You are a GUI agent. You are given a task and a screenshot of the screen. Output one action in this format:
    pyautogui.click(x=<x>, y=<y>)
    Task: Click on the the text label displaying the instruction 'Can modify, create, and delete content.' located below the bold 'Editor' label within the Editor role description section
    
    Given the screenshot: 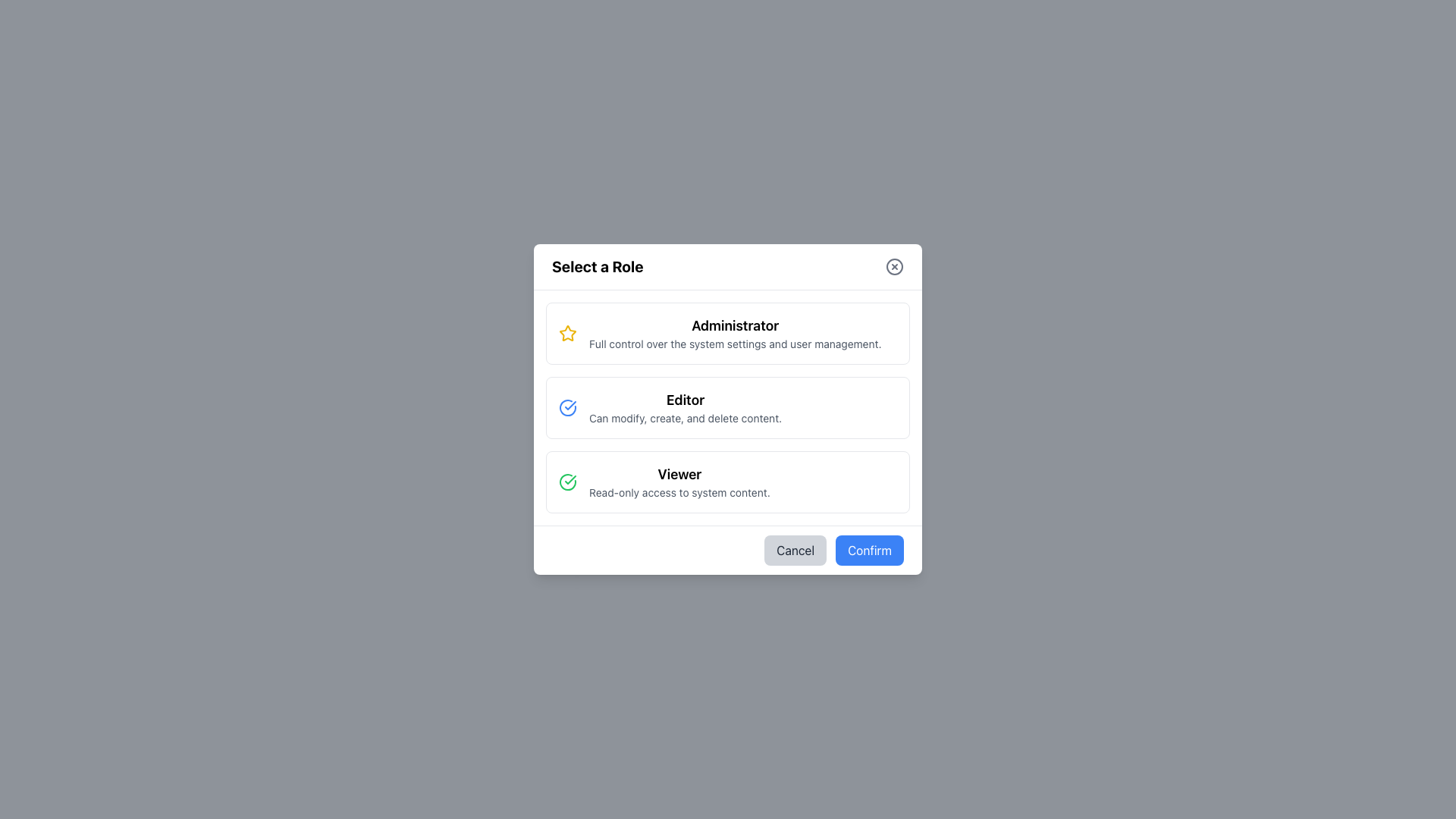 What is the action you would take?
    pyautogui.click(x=685, y=418)
    